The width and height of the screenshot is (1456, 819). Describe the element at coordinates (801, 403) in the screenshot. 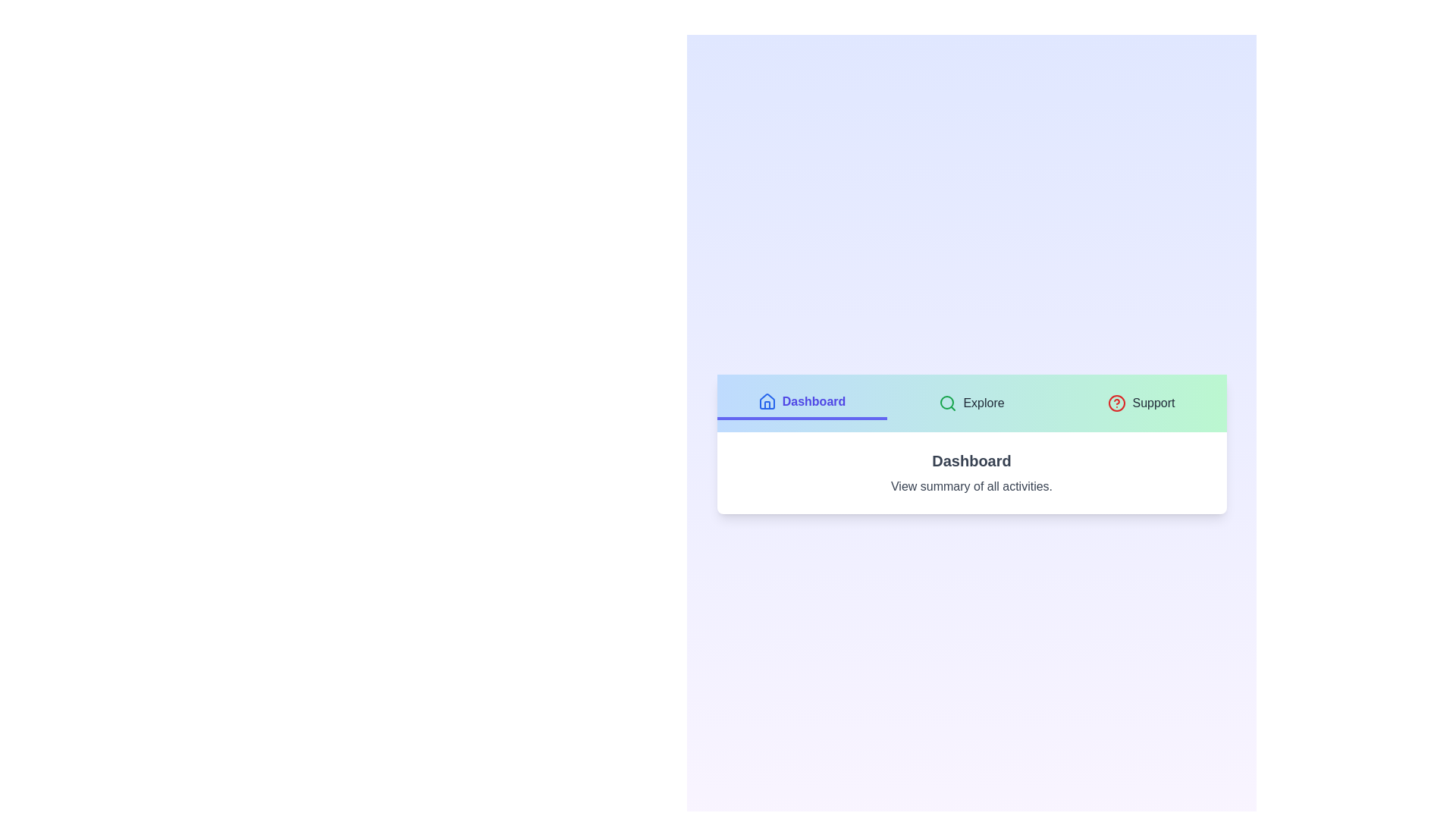

I see `the tab Dashboard in the VibrantTabs component` at that location.